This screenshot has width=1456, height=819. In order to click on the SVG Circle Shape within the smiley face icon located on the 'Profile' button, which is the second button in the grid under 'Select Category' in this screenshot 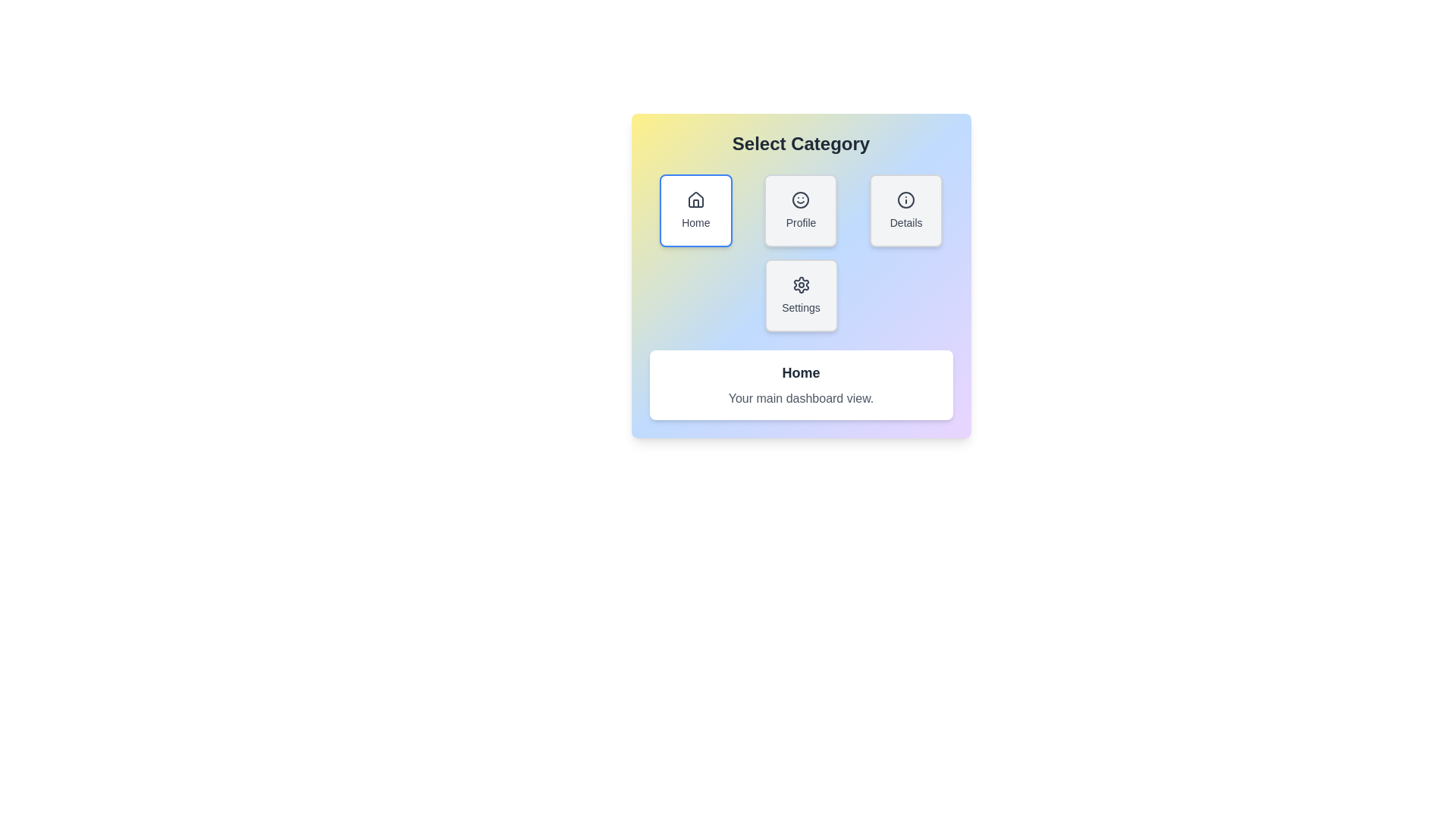, I will do `click(800, 199)`.